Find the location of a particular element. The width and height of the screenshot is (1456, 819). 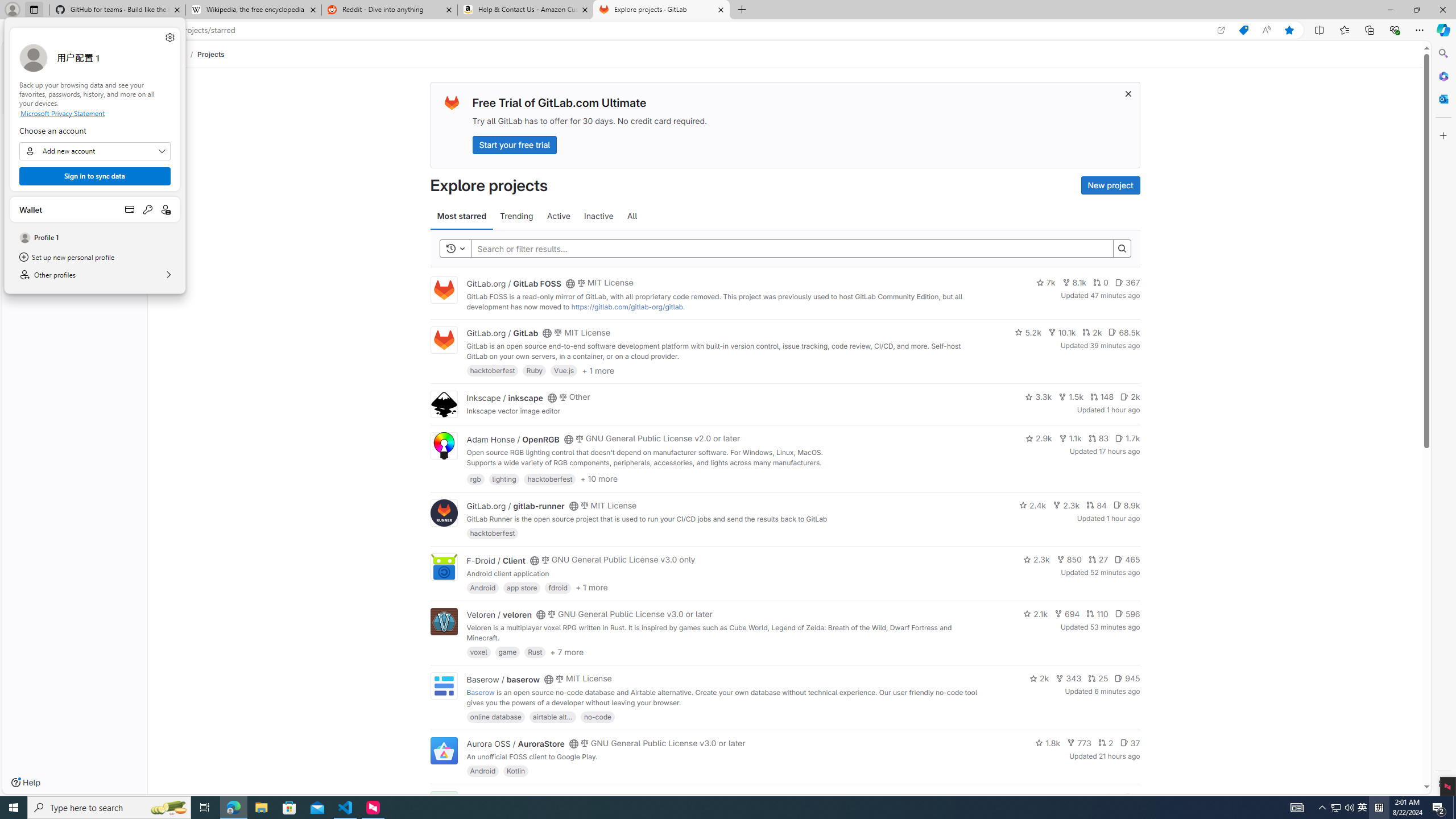

'1.4k' is located at coordinates (1053, 797).